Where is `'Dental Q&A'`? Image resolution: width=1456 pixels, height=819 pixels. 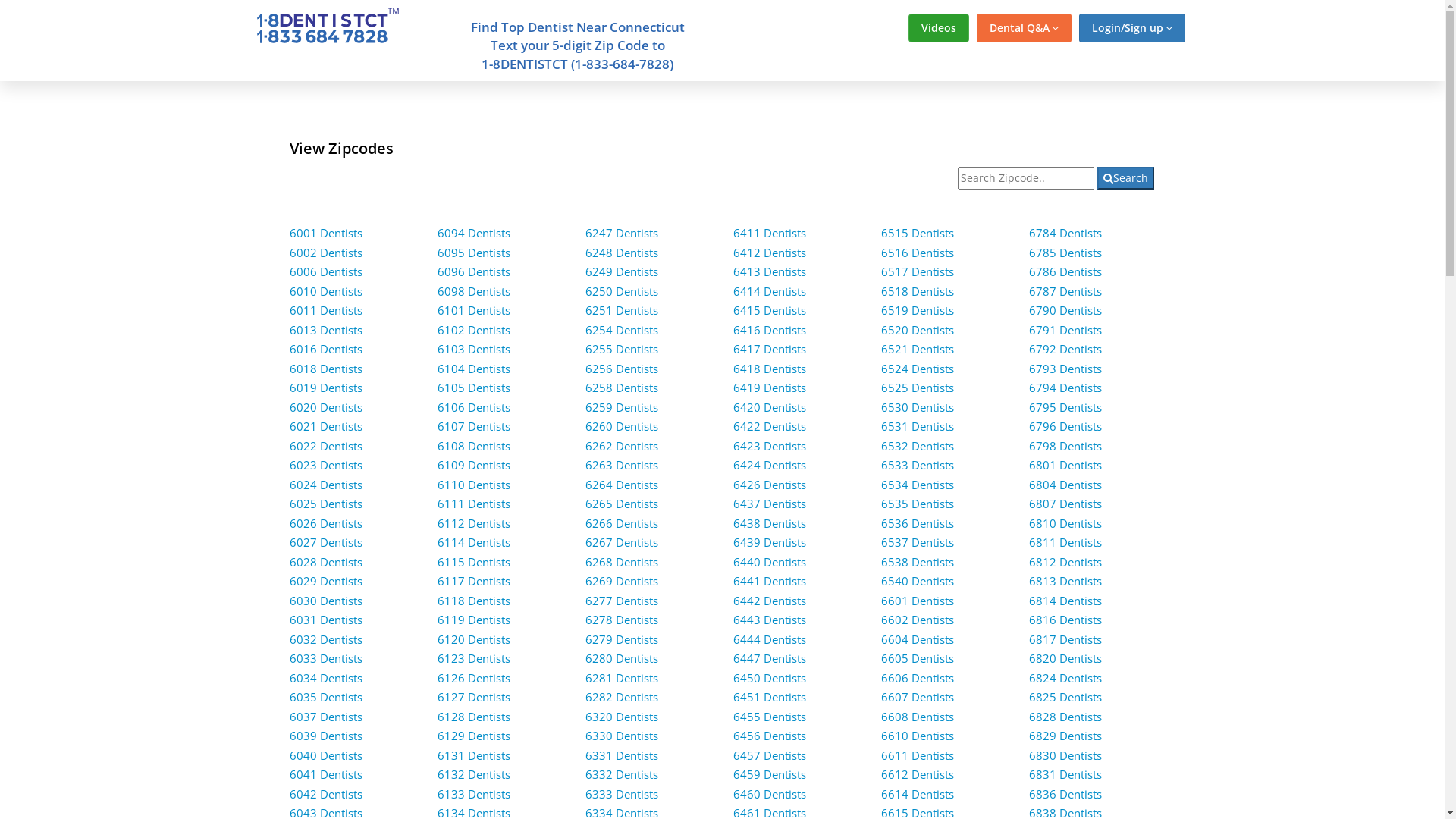
'Dental Q&A' is located at coordinates (976, 28).